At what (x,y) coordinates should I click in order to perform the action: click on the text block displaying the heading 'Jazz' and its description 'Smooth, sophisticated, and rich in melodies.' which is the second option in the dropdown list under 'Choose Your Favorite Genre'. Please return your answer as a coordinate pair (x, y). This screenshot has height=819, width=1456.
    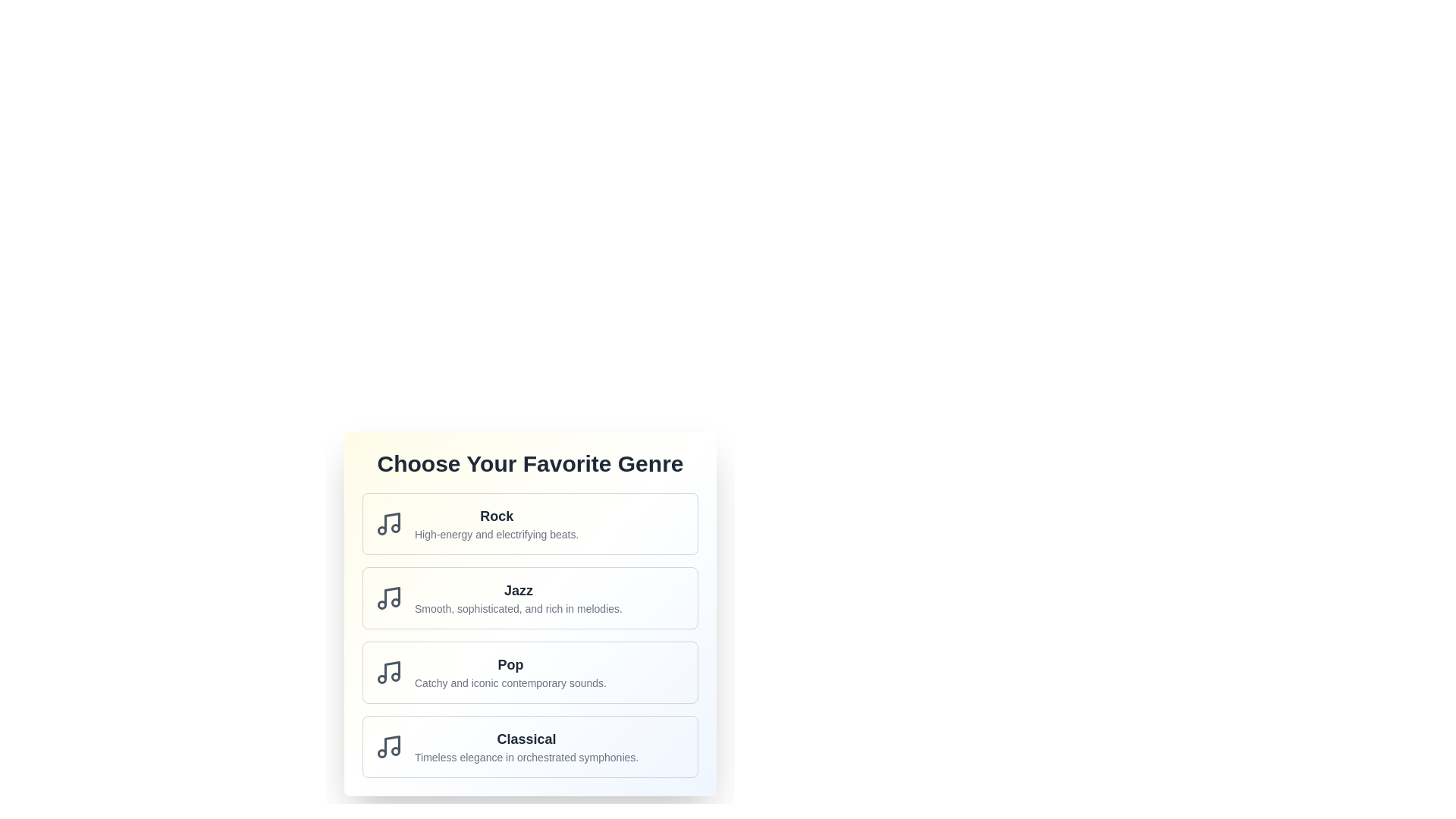
    Looking at the image, I should click on (518, 598).